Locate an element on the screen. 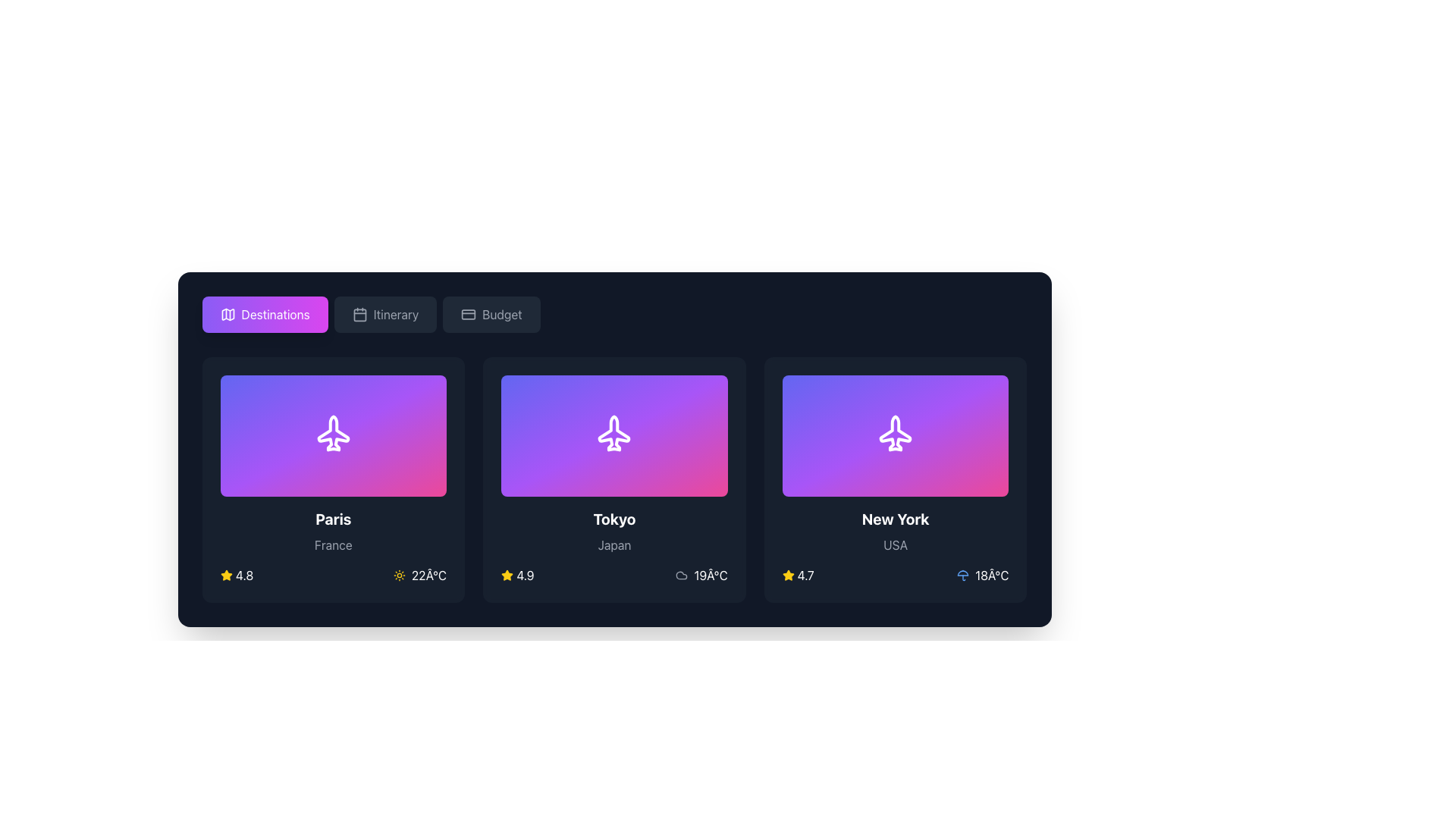 This screenshot has height=819, width=1456. the 'Destinations' button, which is the first button in a row of three, featuring a gradient background, a map icon, and white text is located at coordinates (265, 314).